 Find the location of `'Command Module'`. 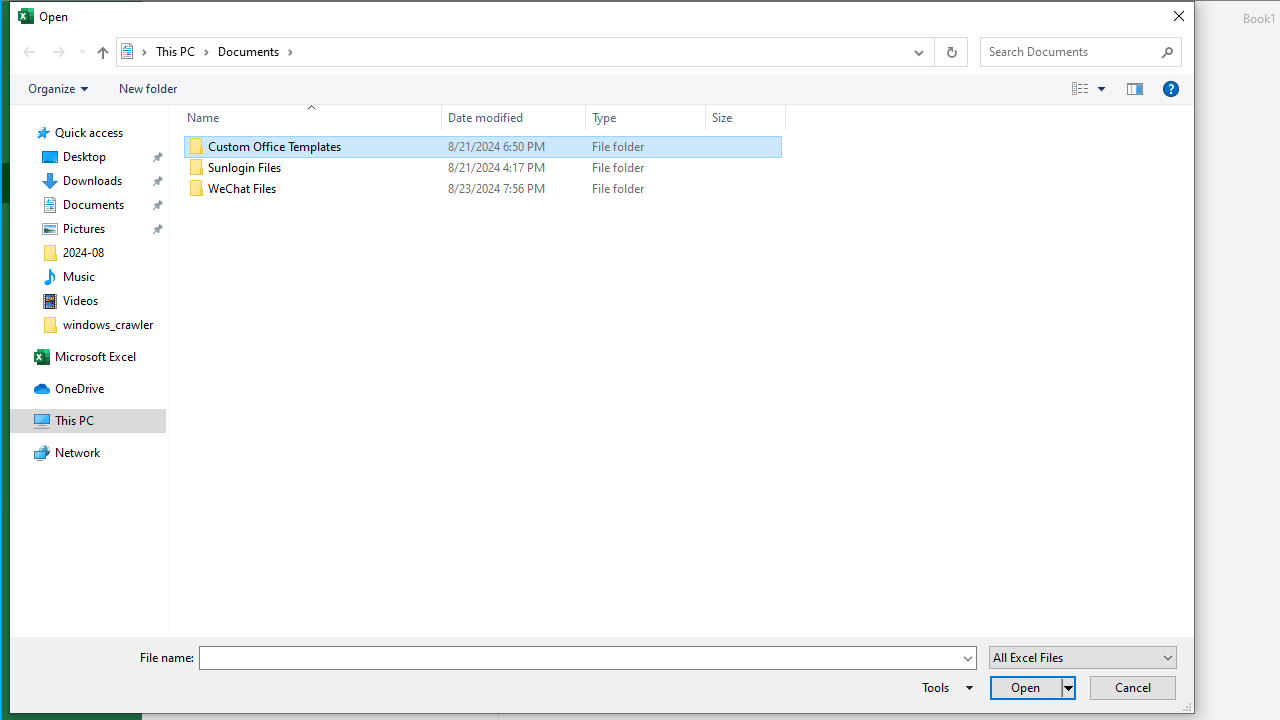

'Command Module' is located at coordinates (601, 88).